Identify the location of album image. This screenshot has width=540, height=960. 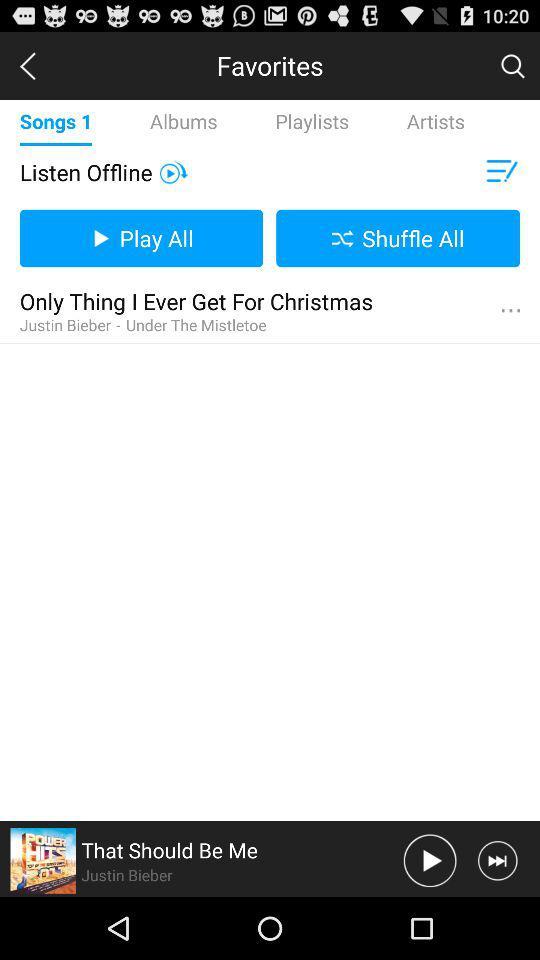
(43, 859).